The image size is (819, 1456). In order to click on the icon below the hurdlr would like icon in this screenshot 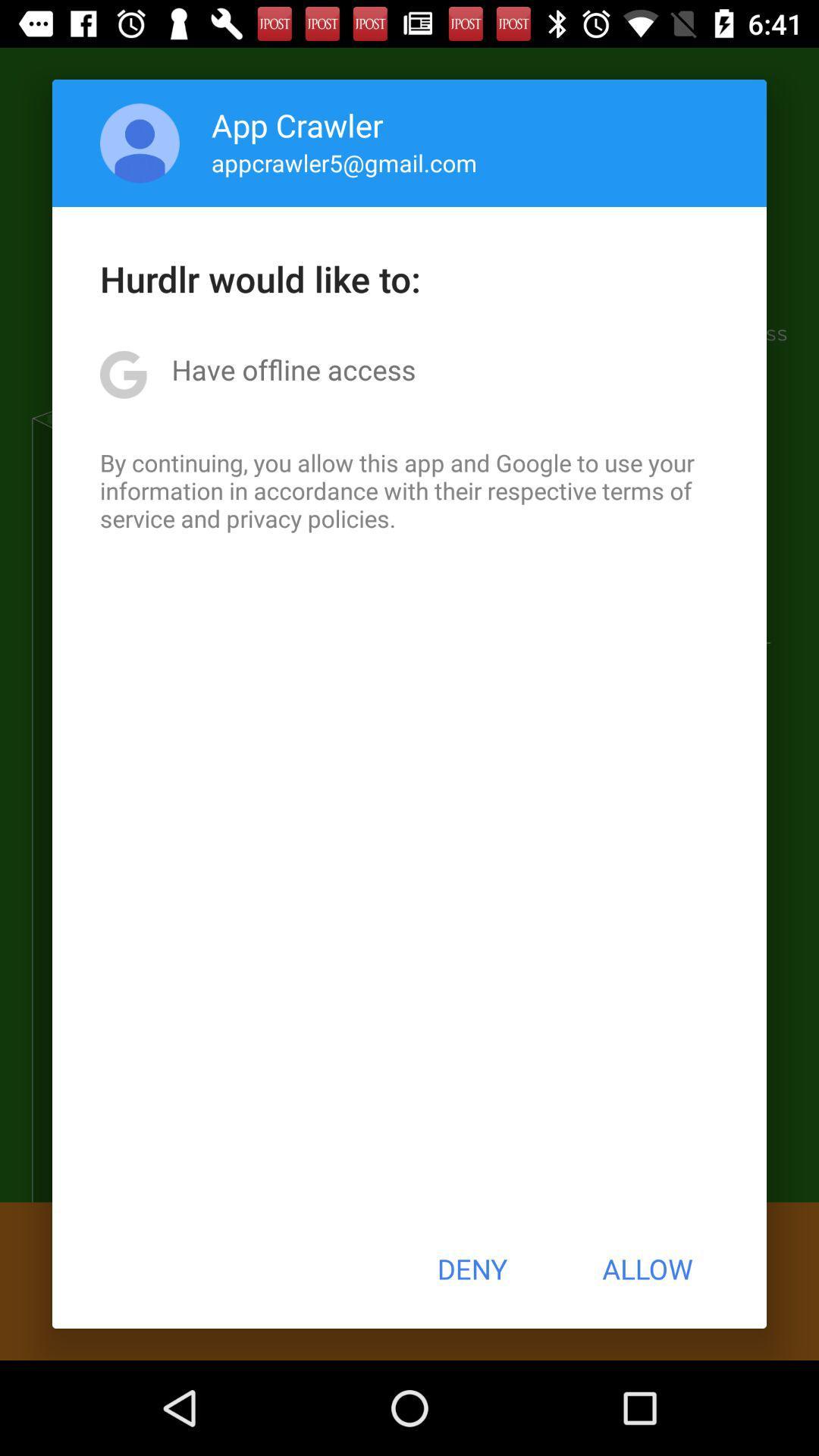, I will do `click(293, 369)`.